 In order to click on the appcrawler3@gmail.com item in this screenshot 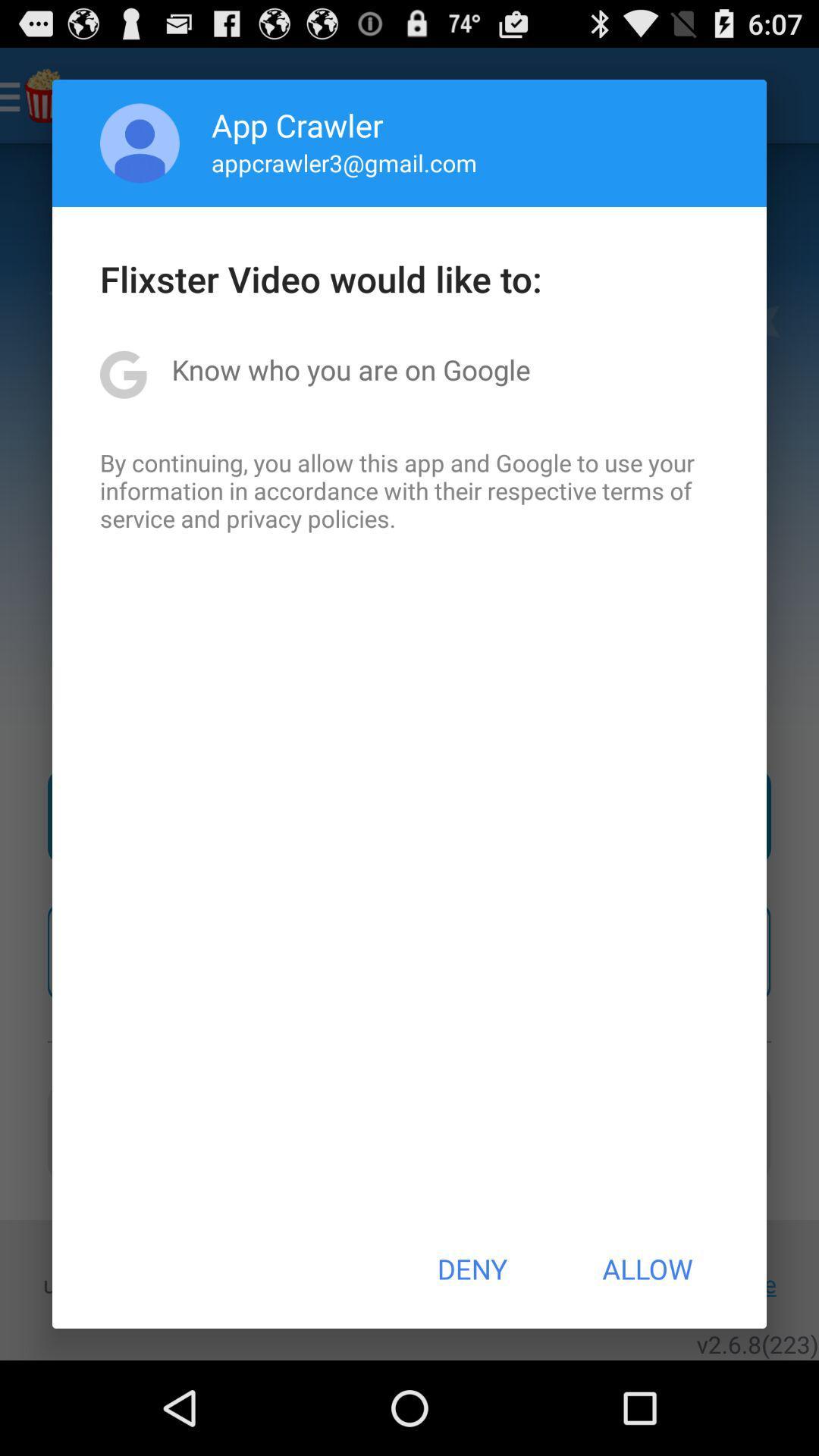, I will do `click(344, 162)`.